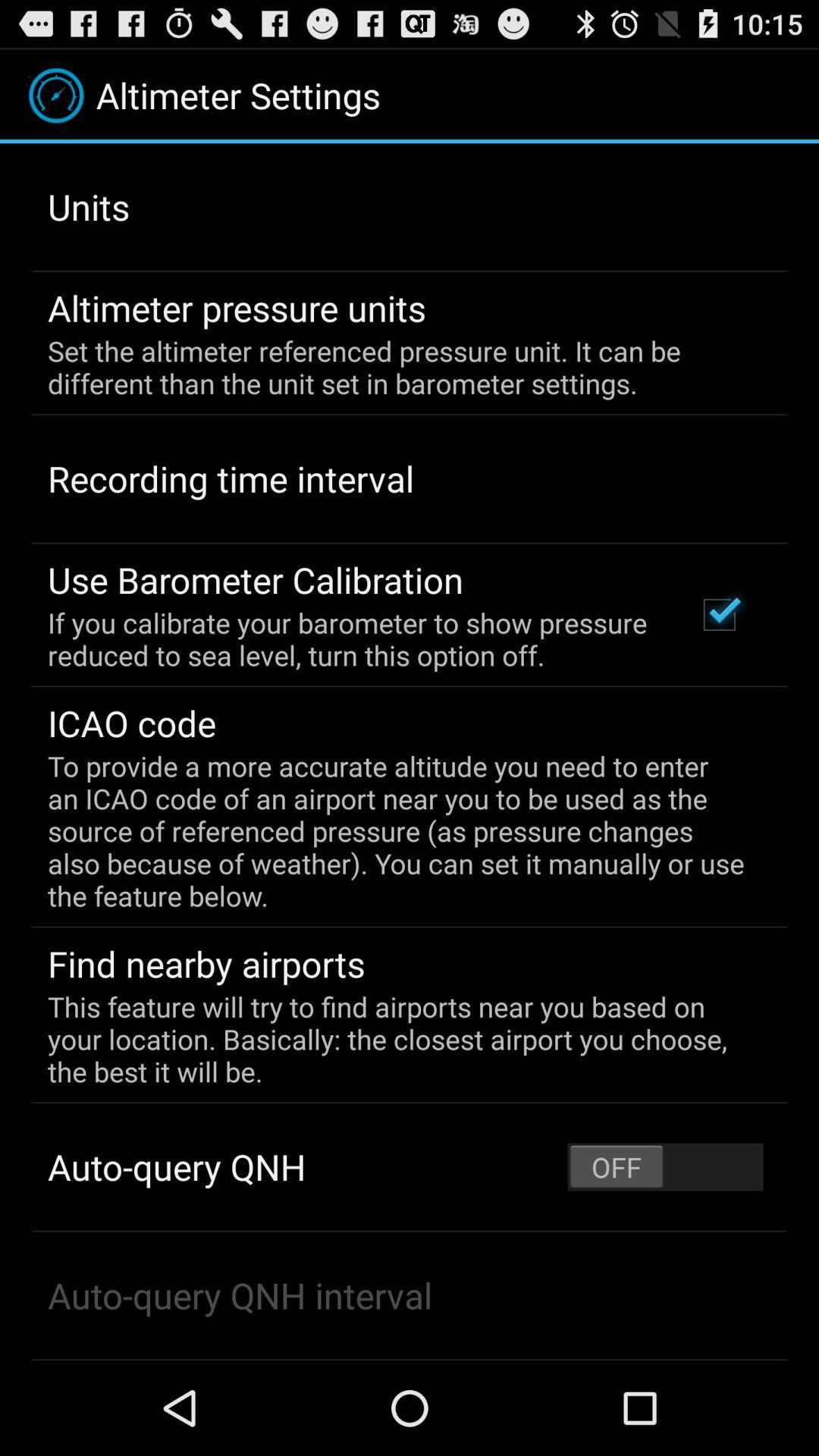  I want to click on the recording time interval icon, so click(231, 478).